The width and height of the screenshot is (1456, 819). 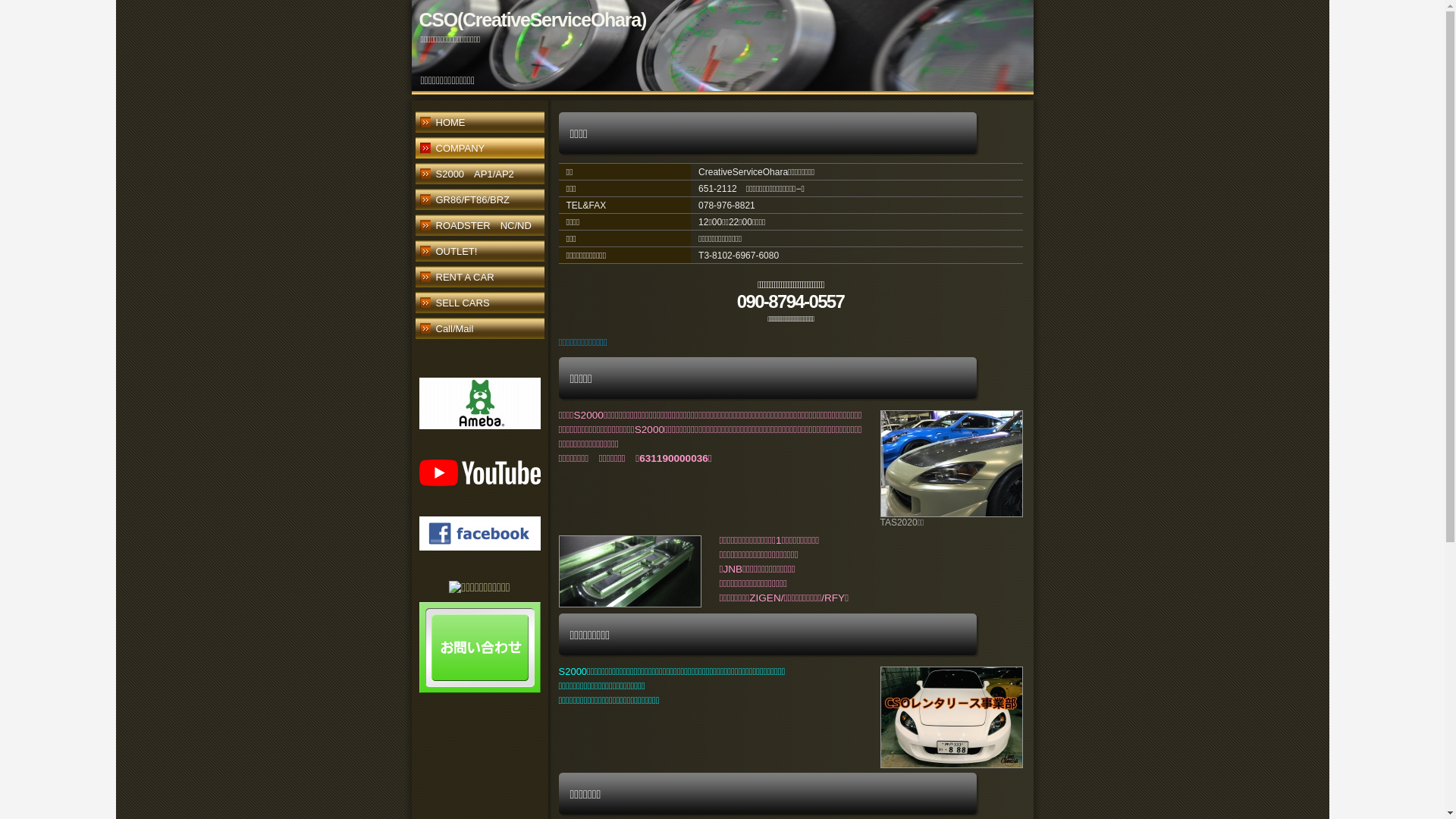 I want to click on 'COMPANY', so click(x=479, y=149).